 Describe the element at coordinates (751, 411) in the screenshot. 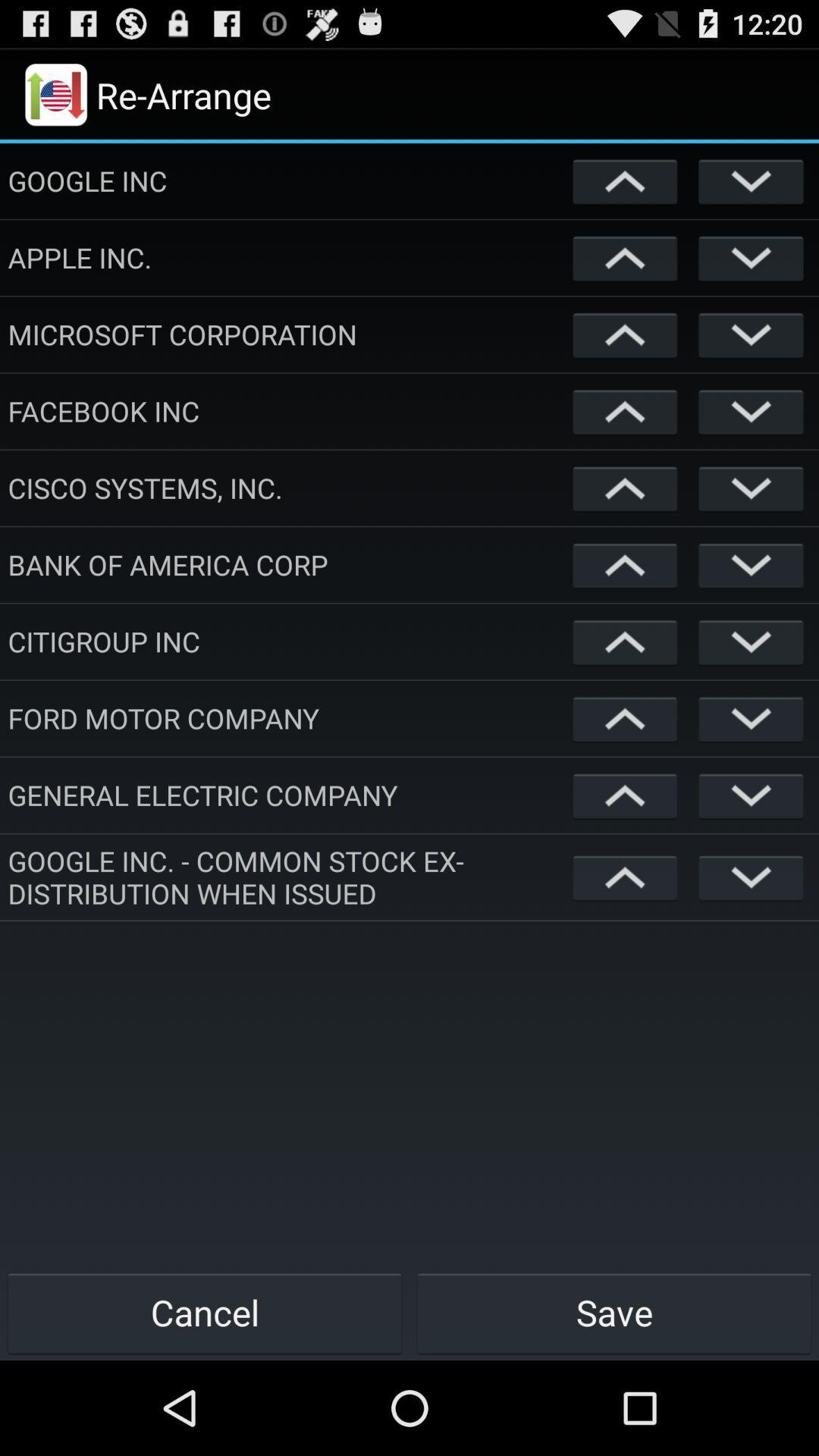

I see `check option` at that location.